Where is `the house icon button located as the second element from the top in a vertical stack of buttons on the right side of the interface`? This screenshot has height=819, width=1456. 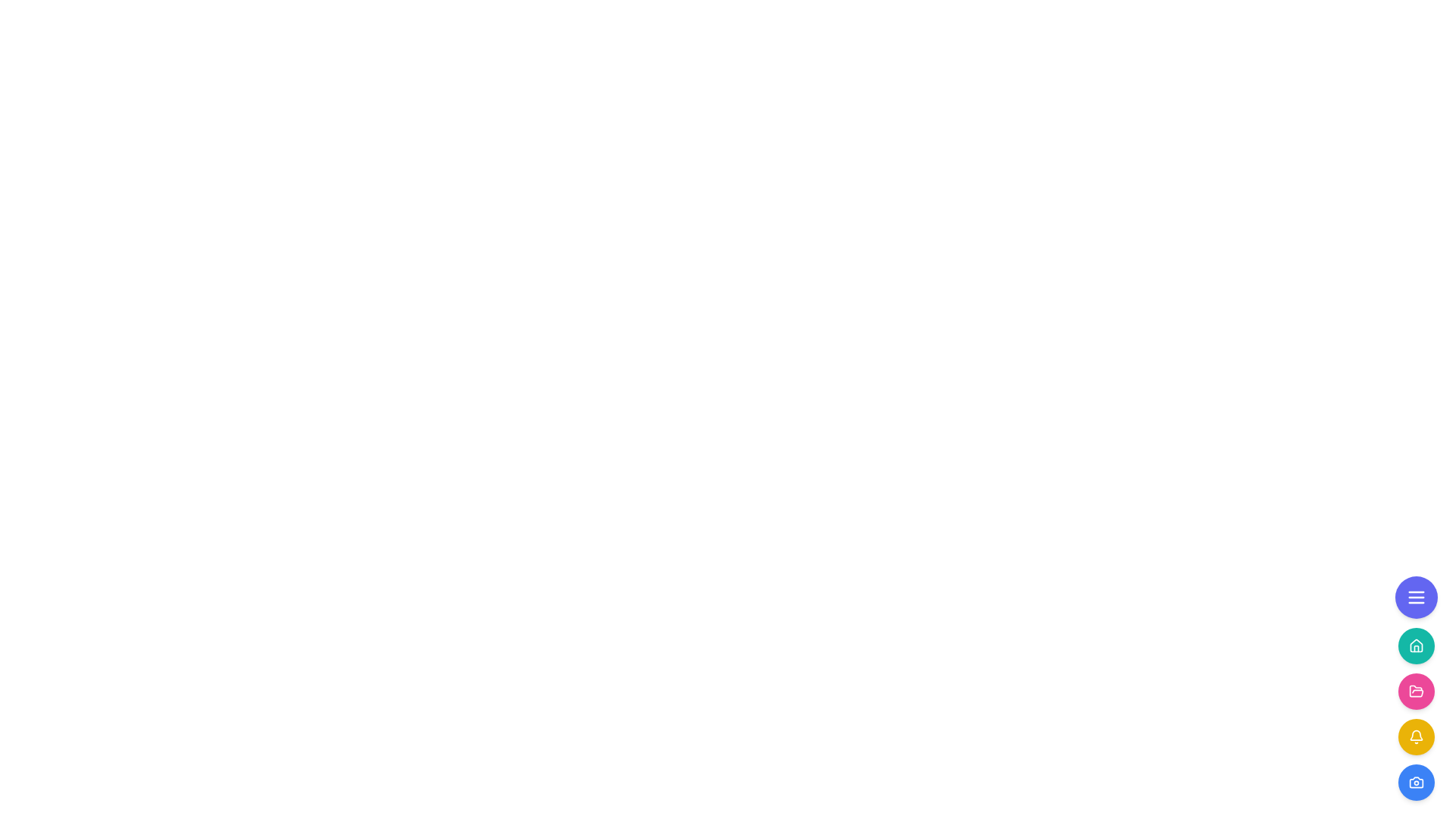
the house icon button located as the second element from the top in a vertical stack of buttons on the right side of the interface is located at coordinates (1415, 646).